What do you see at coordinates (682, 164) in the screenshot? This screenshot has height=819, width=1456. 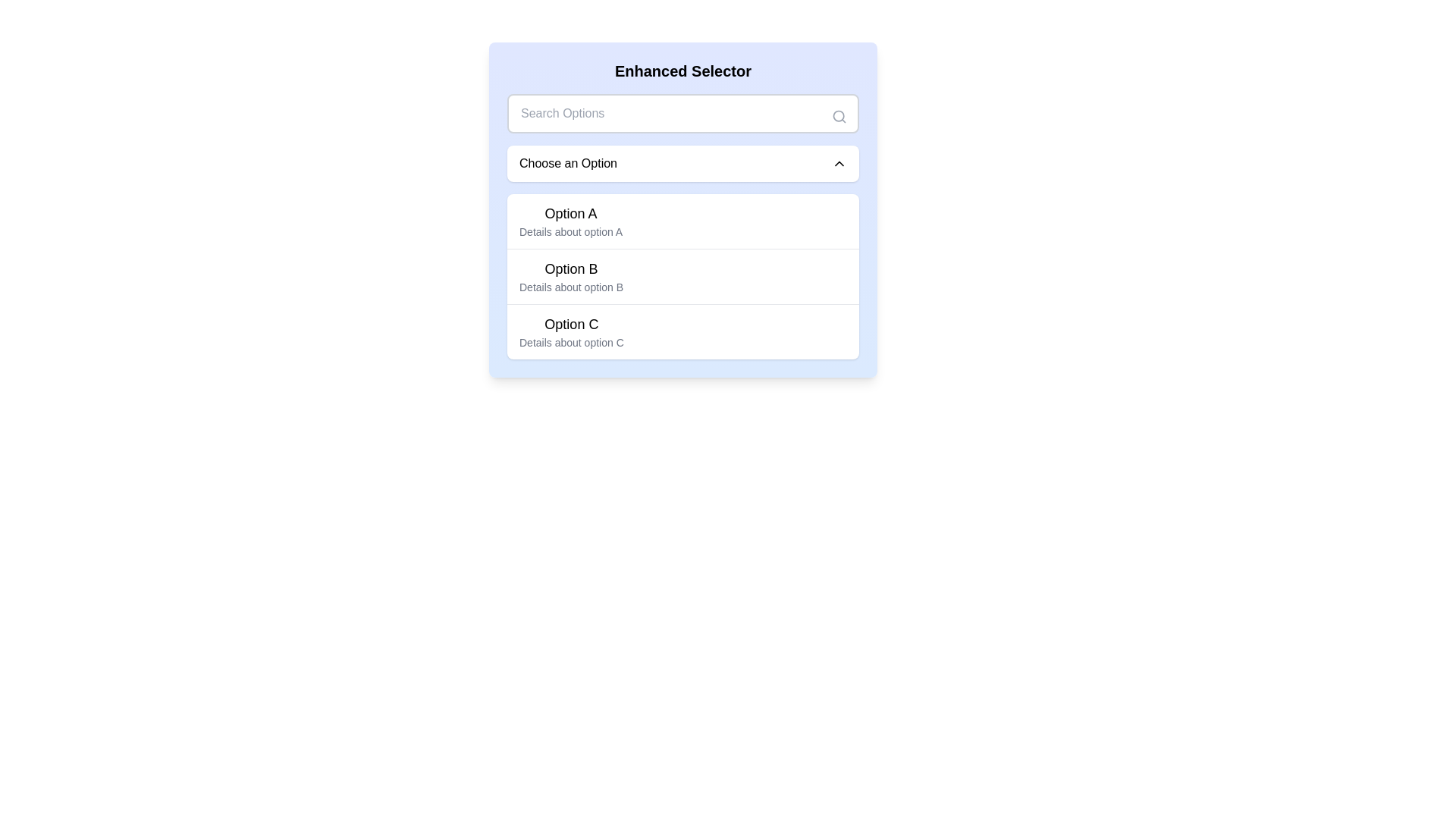 I see `the dropdown menu labeled 'Choose an Option'` at bounding box center [682, 164].